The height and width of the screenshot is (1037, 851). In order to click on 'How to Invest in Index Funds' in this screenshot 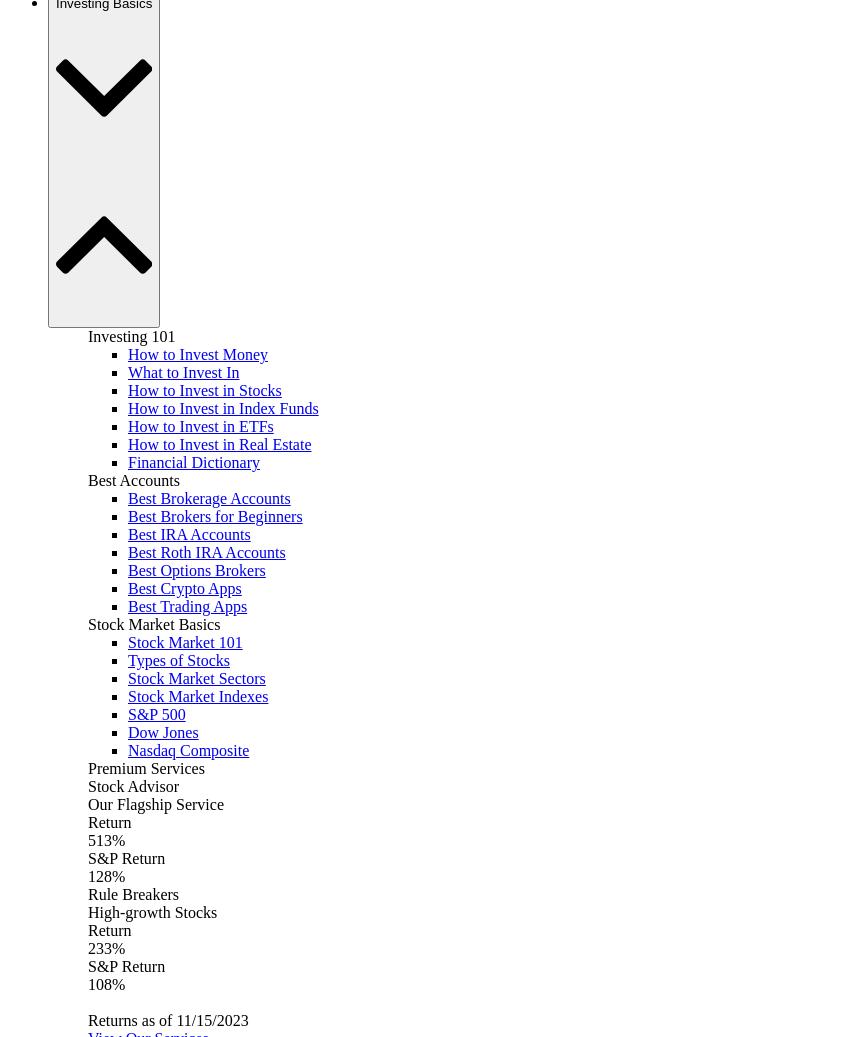, I will do `click(222, 407)`.